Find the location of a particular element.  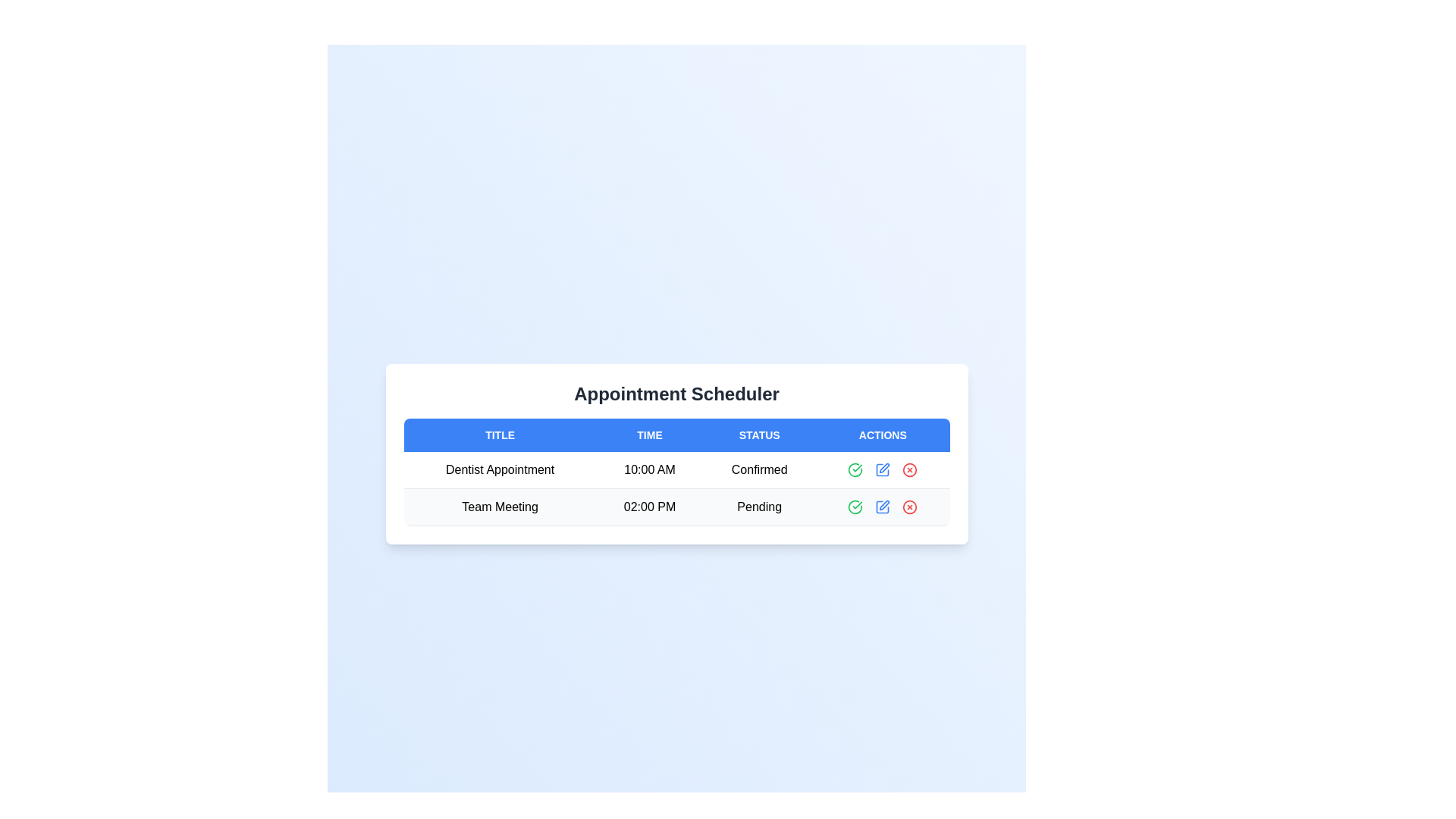

the small circular icon button resembling a checkmark inside a circle, located in the 'Actions' column of the second row in the table is located at coordinates (855, 507).